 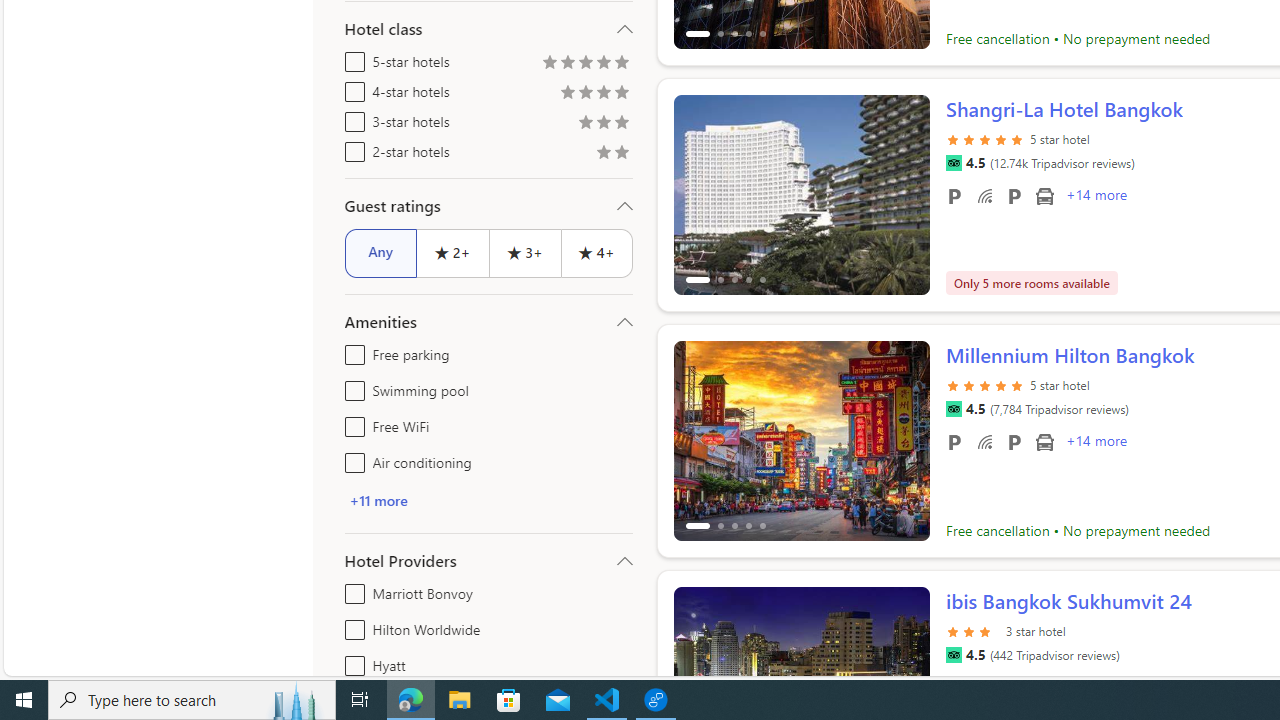 I want to click on '2+', so click(x=451, y=252).